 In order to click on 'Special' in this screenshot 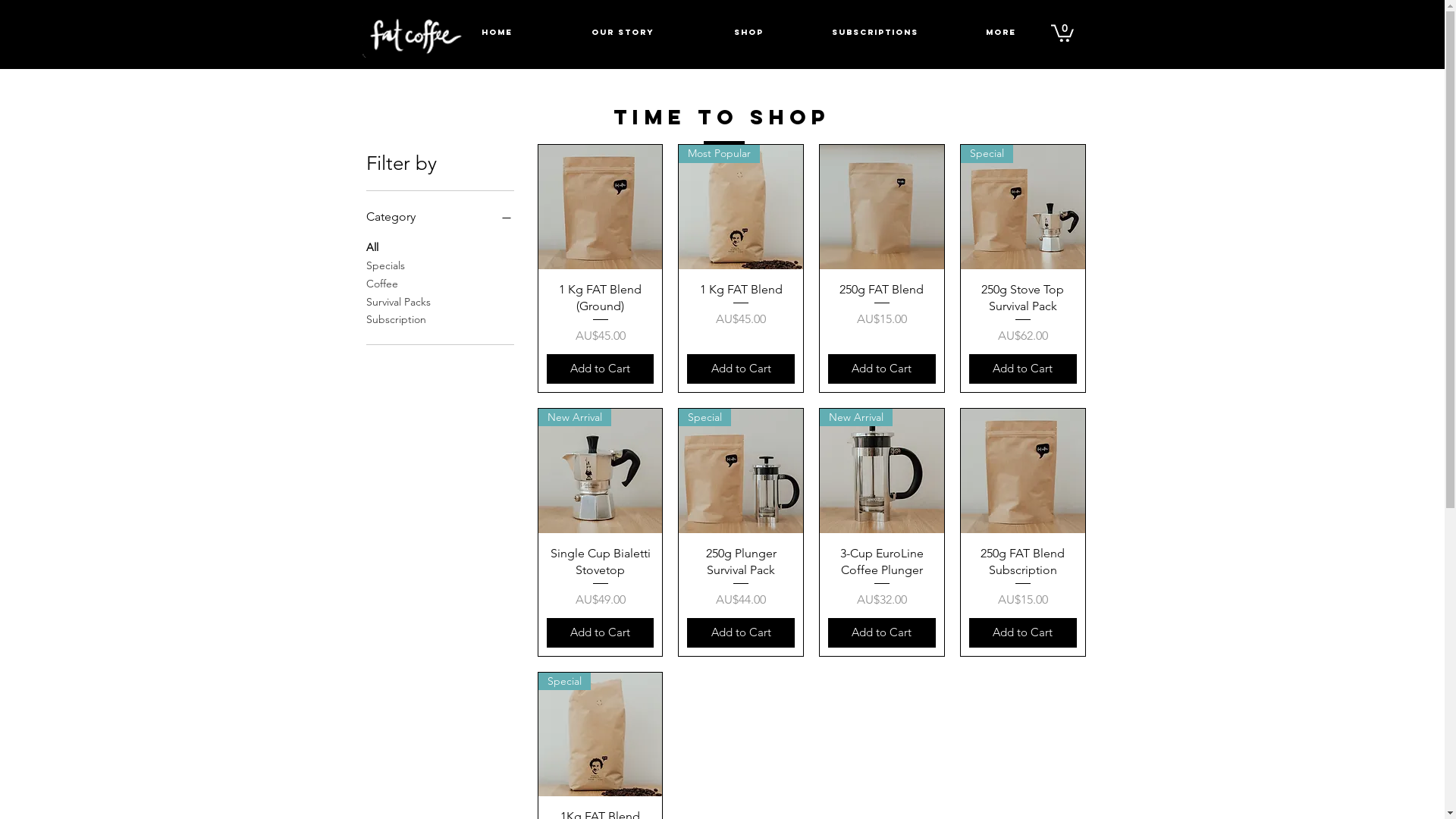, I will do `click(1022, 207)`.